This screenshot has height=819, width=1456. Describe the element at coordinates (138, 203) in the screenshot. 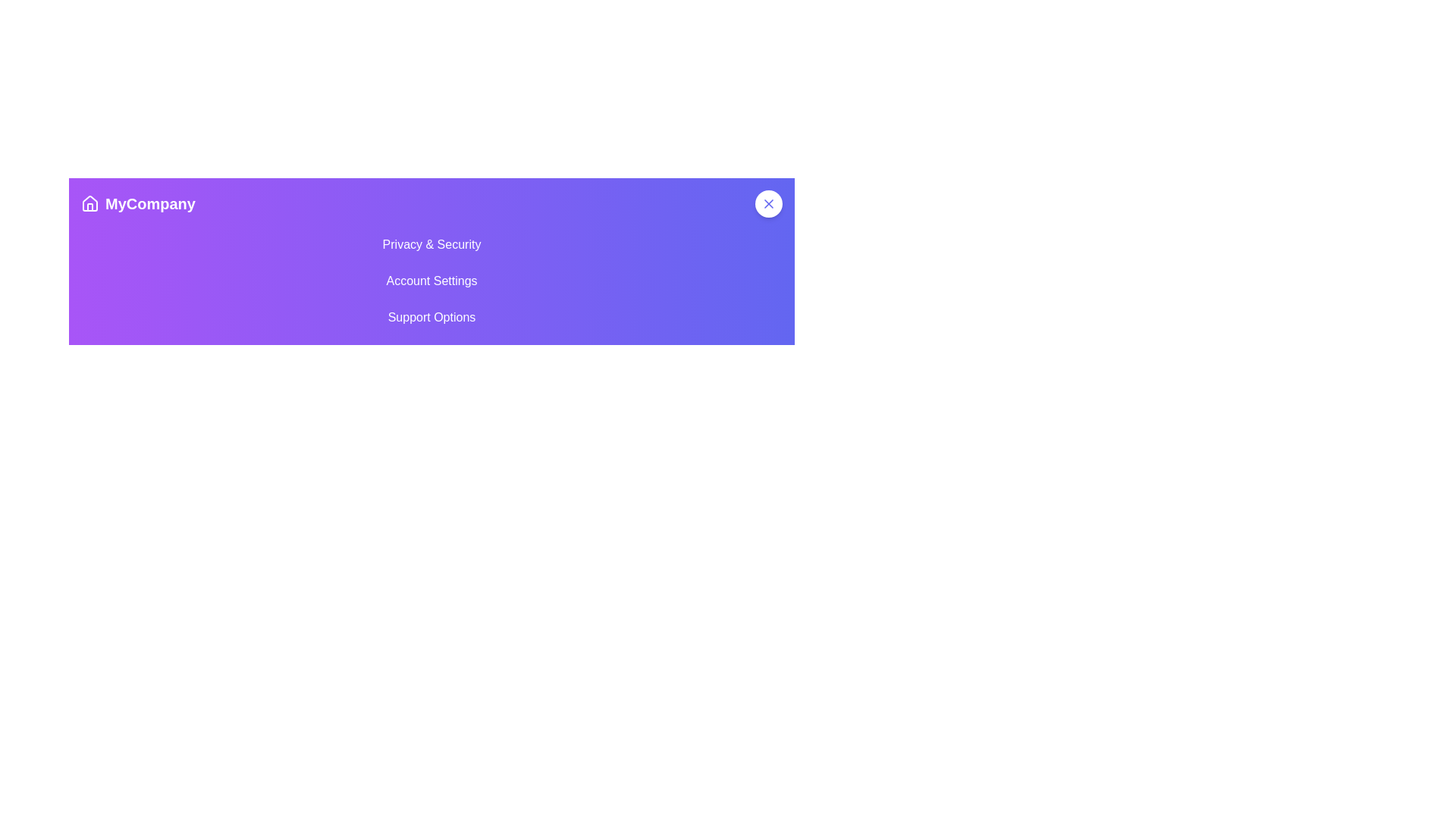

I see `the clickable logo that reads 'MyCompany' with a house-shaped icon, located in the top-left of the purple gradient background` at that location.